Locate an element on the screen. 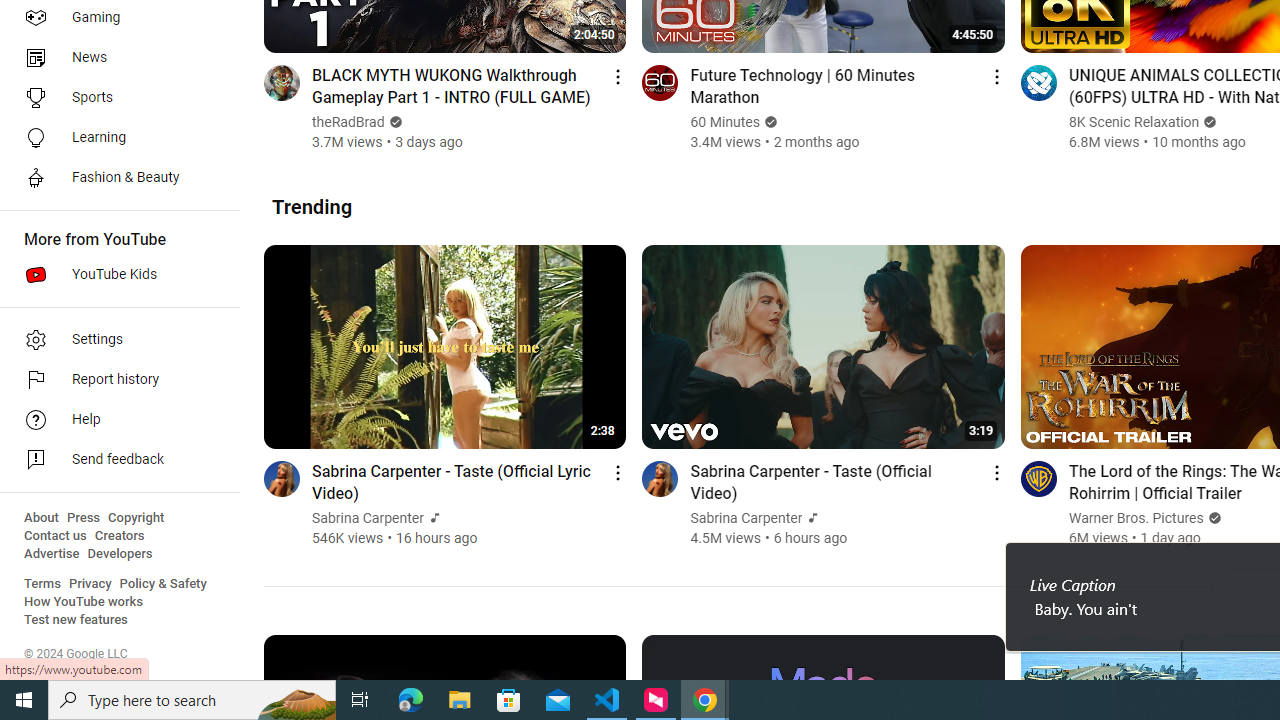 The height and width of the screenshot is (720, 1280). 'Help' is located at coordinates (112, 419).